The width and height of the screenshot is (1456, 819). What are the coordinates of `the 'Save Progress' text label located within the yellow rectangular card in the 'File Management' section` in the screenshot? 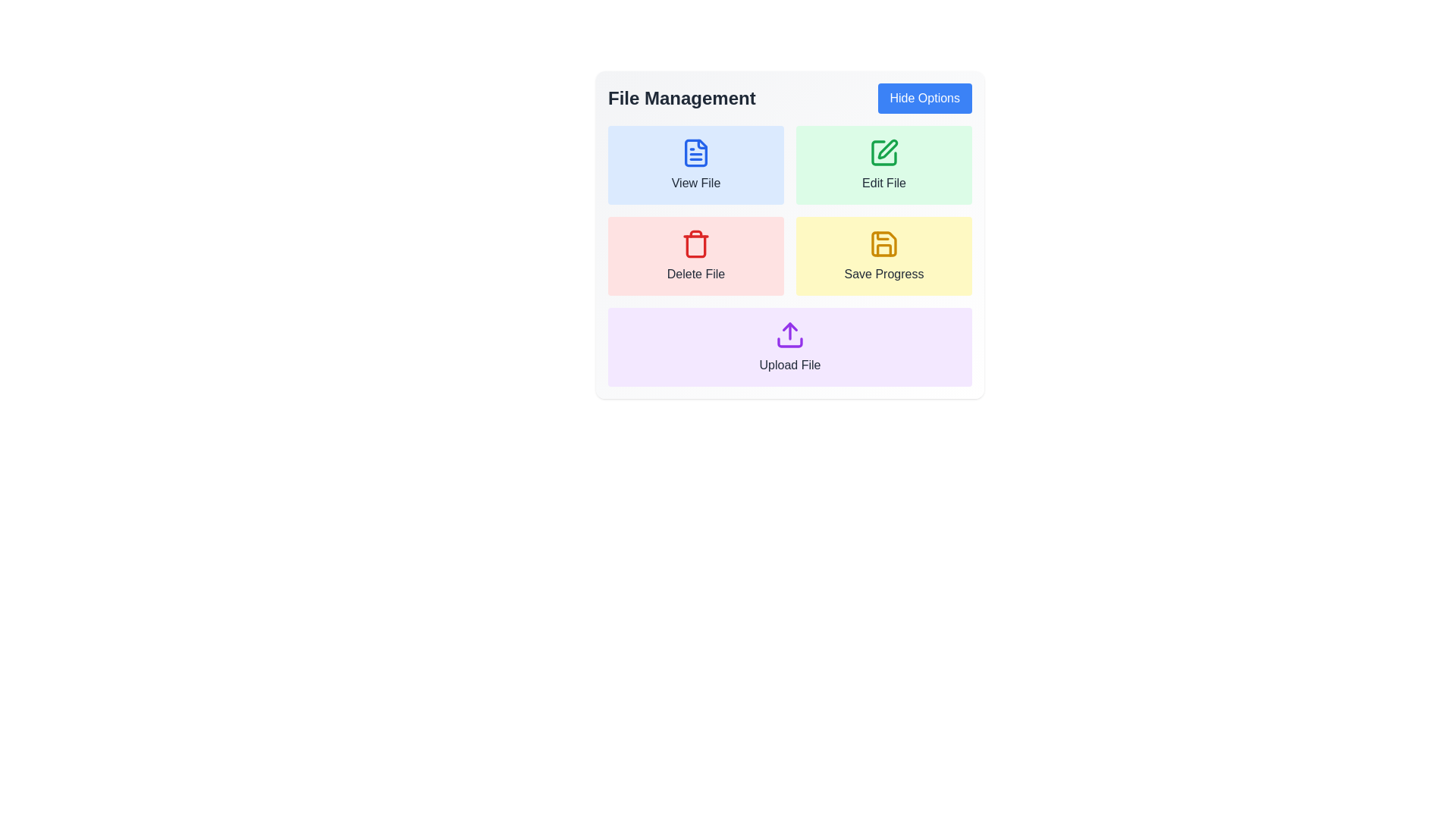 It's located at (884, 275).